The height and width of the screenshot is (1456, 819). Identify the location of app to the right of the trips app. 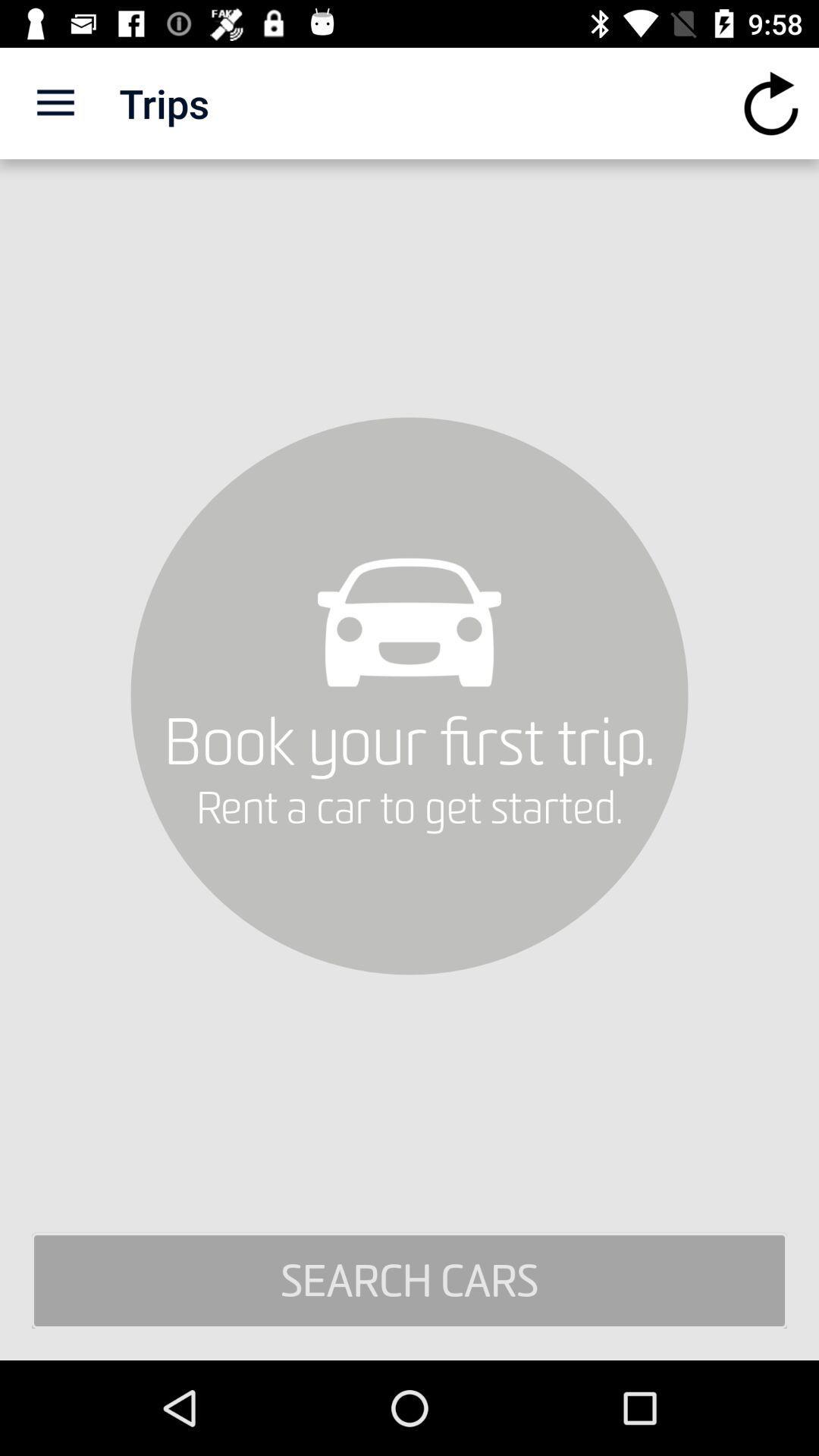
(771, 102).